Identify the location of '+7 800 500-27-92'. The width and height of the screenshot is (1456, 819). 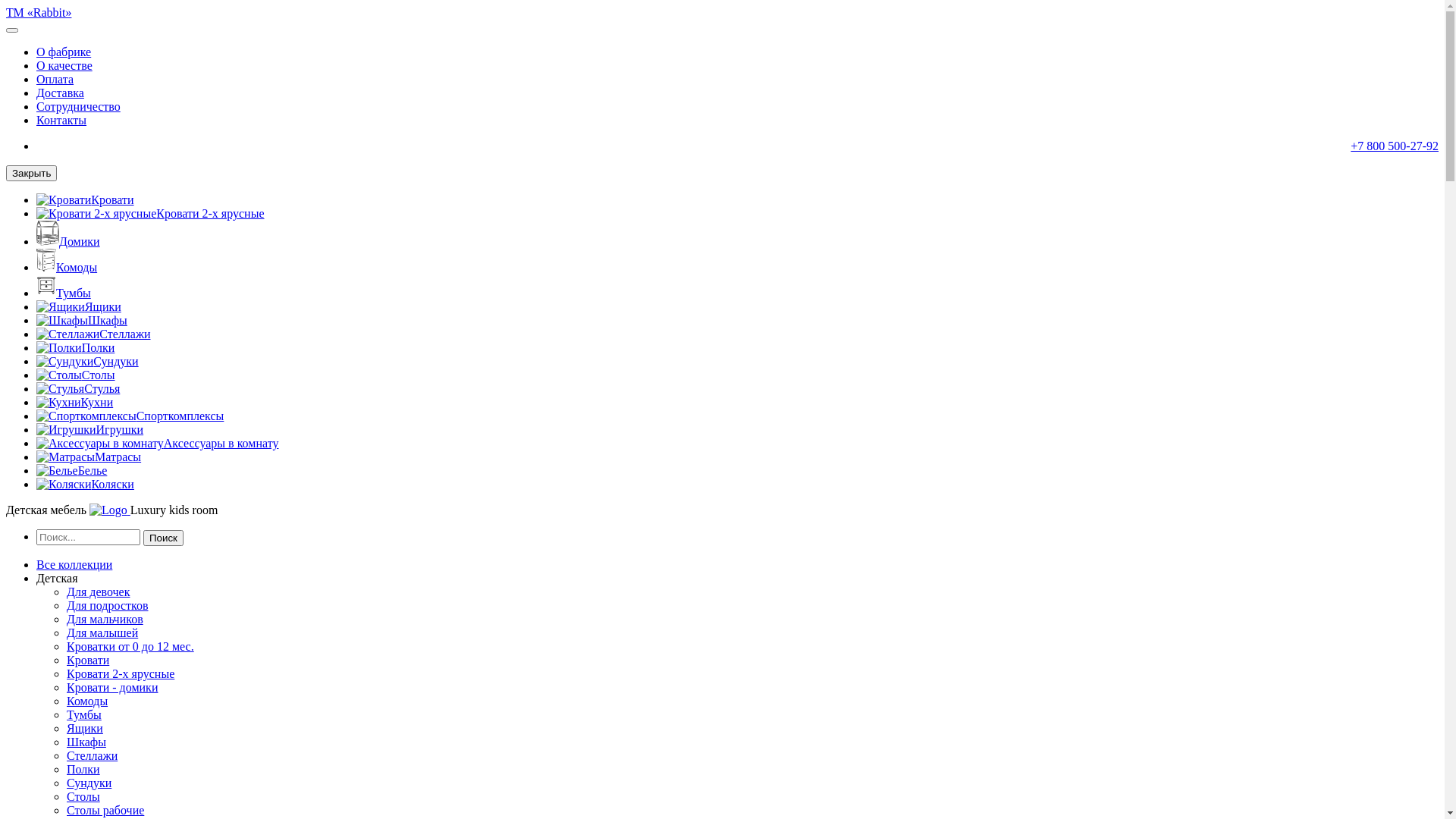
(1394, 146).